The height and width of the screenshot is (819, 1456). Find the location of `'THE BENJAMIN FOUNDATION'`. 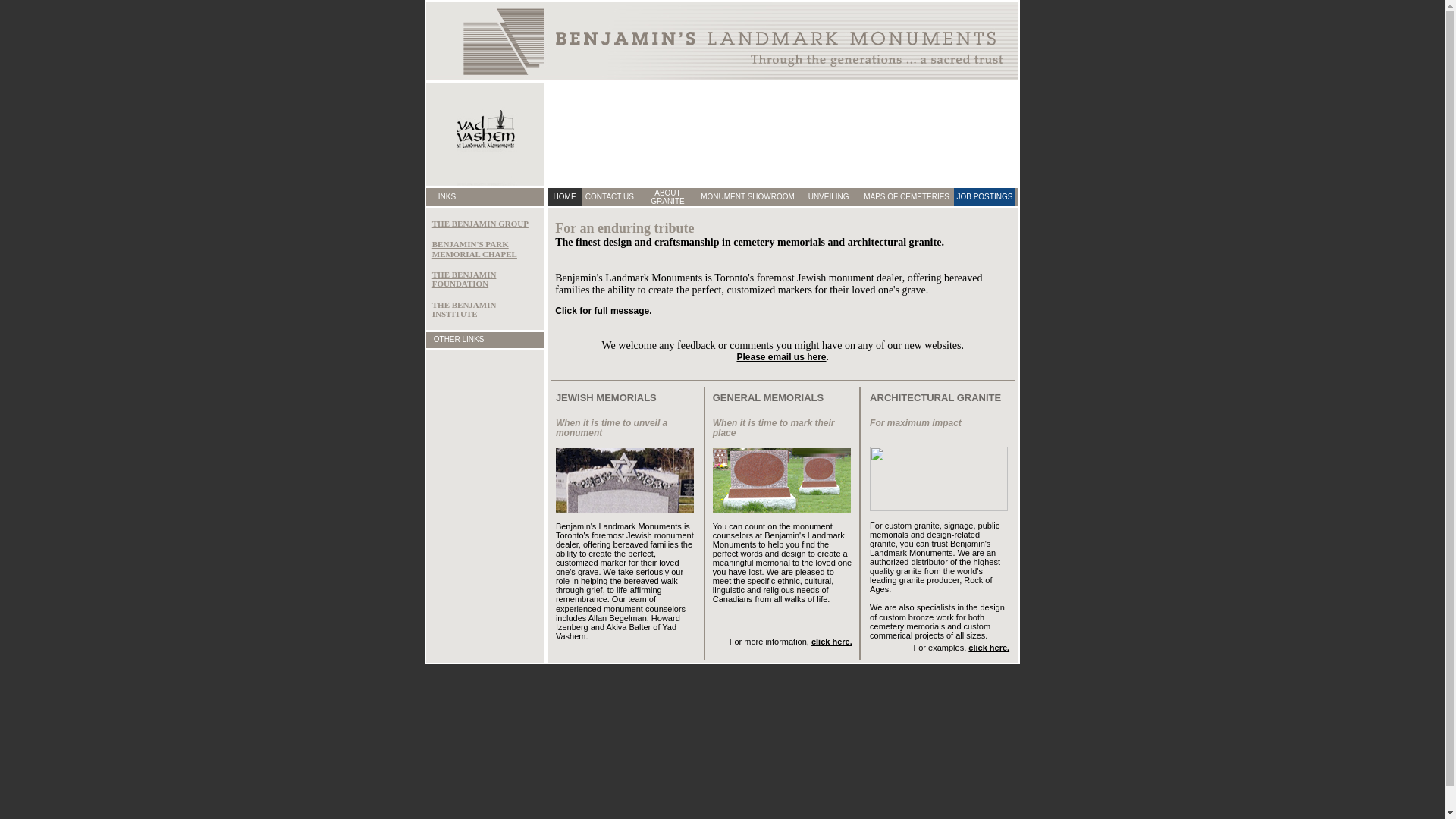

'THE BENJAMIN FOUNDATION' is located at coordinates (463, 278).